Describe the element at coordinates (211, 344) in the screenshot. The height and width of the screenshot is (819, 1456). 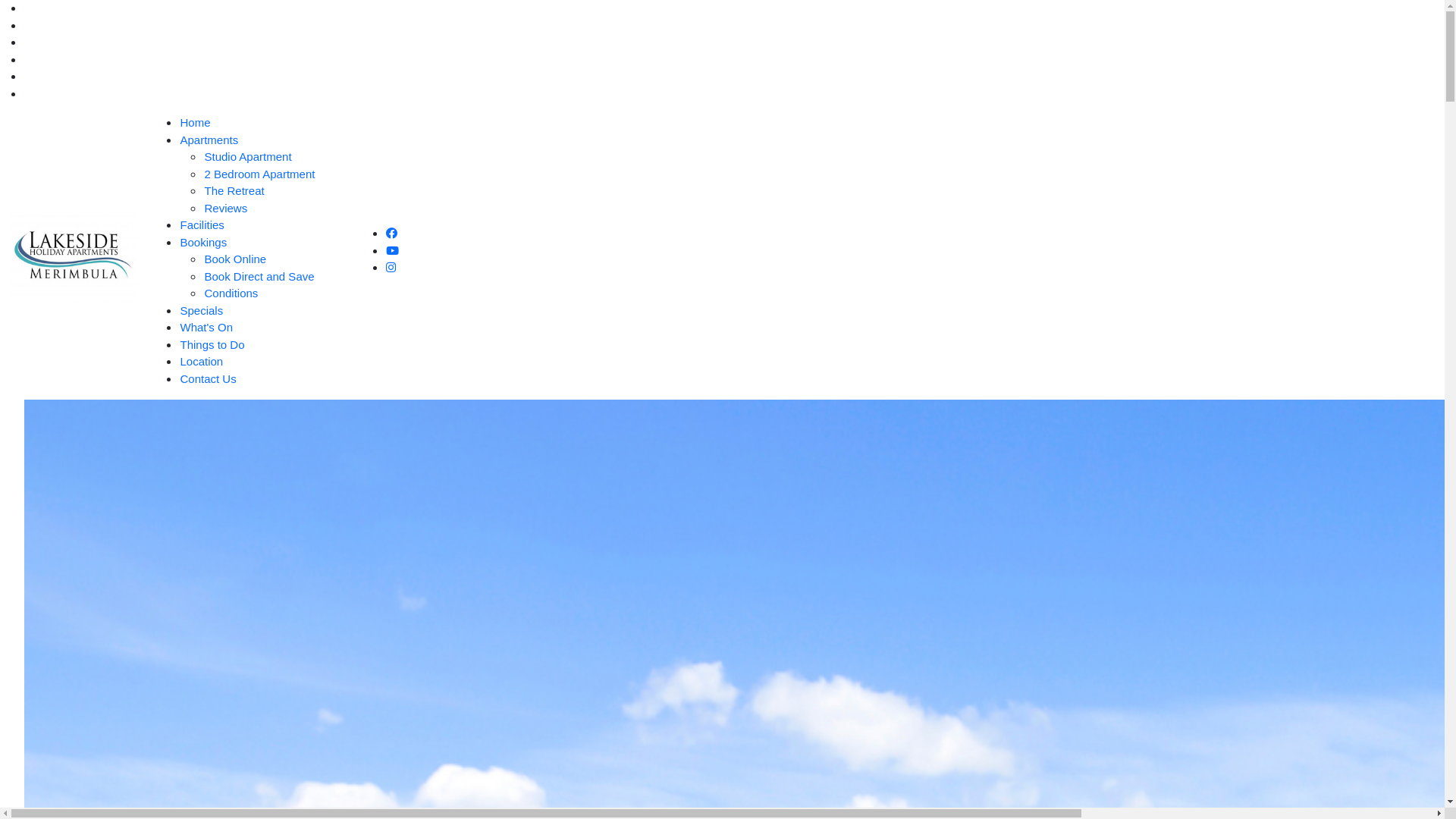
I see `'Things to Do'` at that location.